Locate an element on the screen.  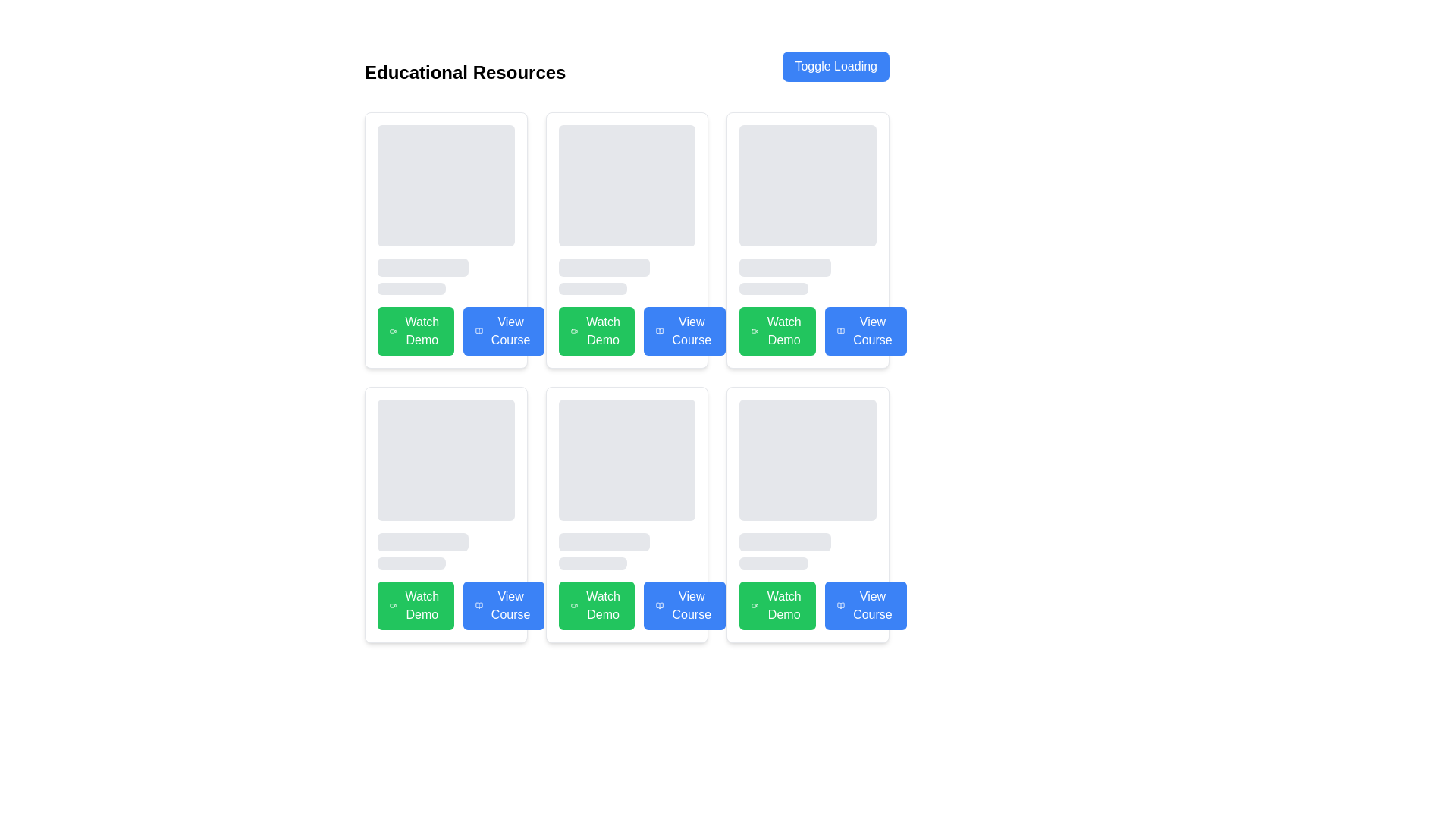
the video-related icon located on the left side of the 'Watch Demo' green button in the third card of the top row of the cards grid is located at coordinates (755, 330).